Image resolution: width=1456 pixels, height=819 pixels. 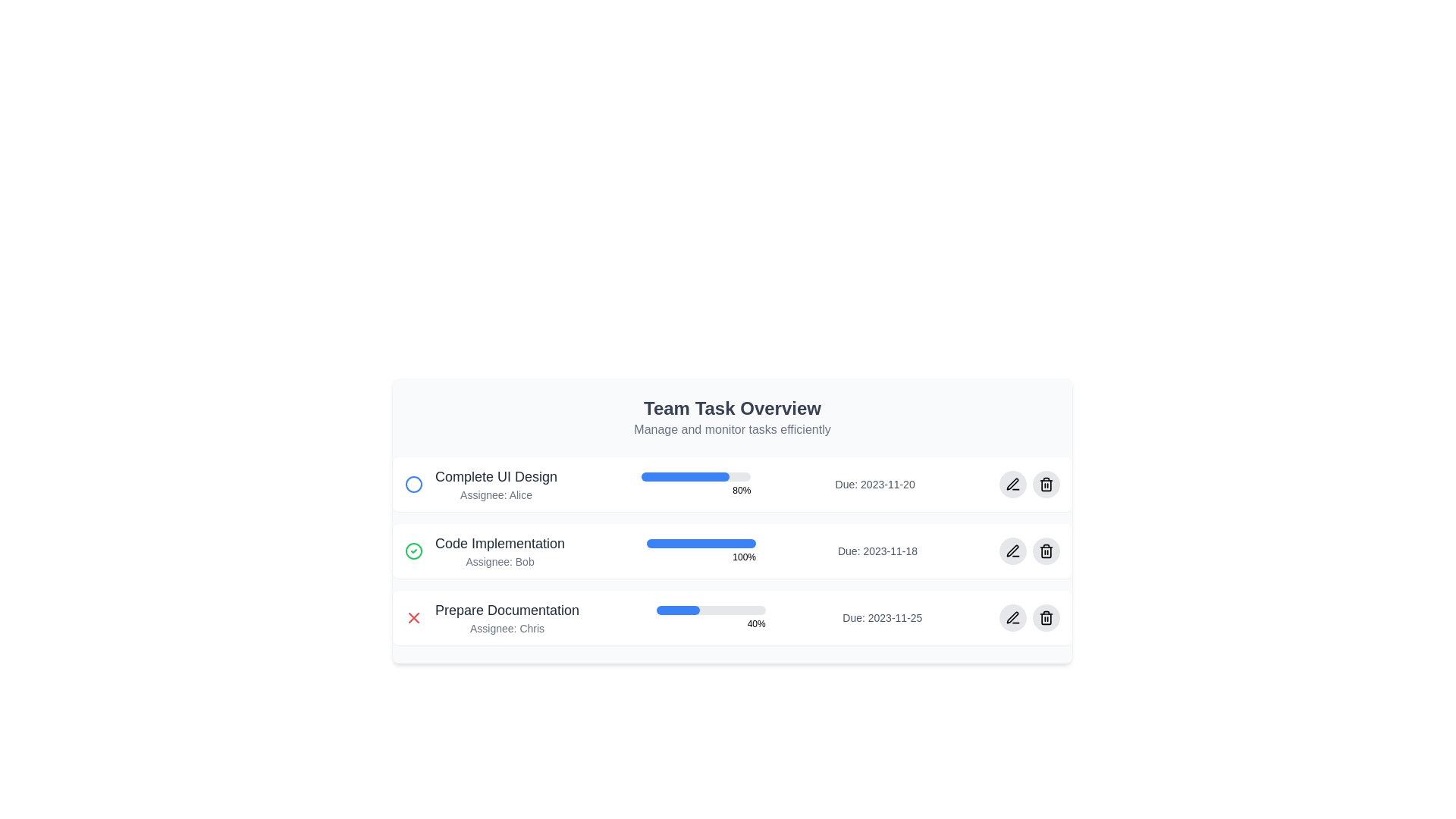 What do you see at coordinates (1045, 551) in the screenshot?
I see `the Trash-Can Icon within a Circular Button located at the far right of the last row of the task list, adjacent to 'Prepare Documentation'` at bounding box center [1045, 551].